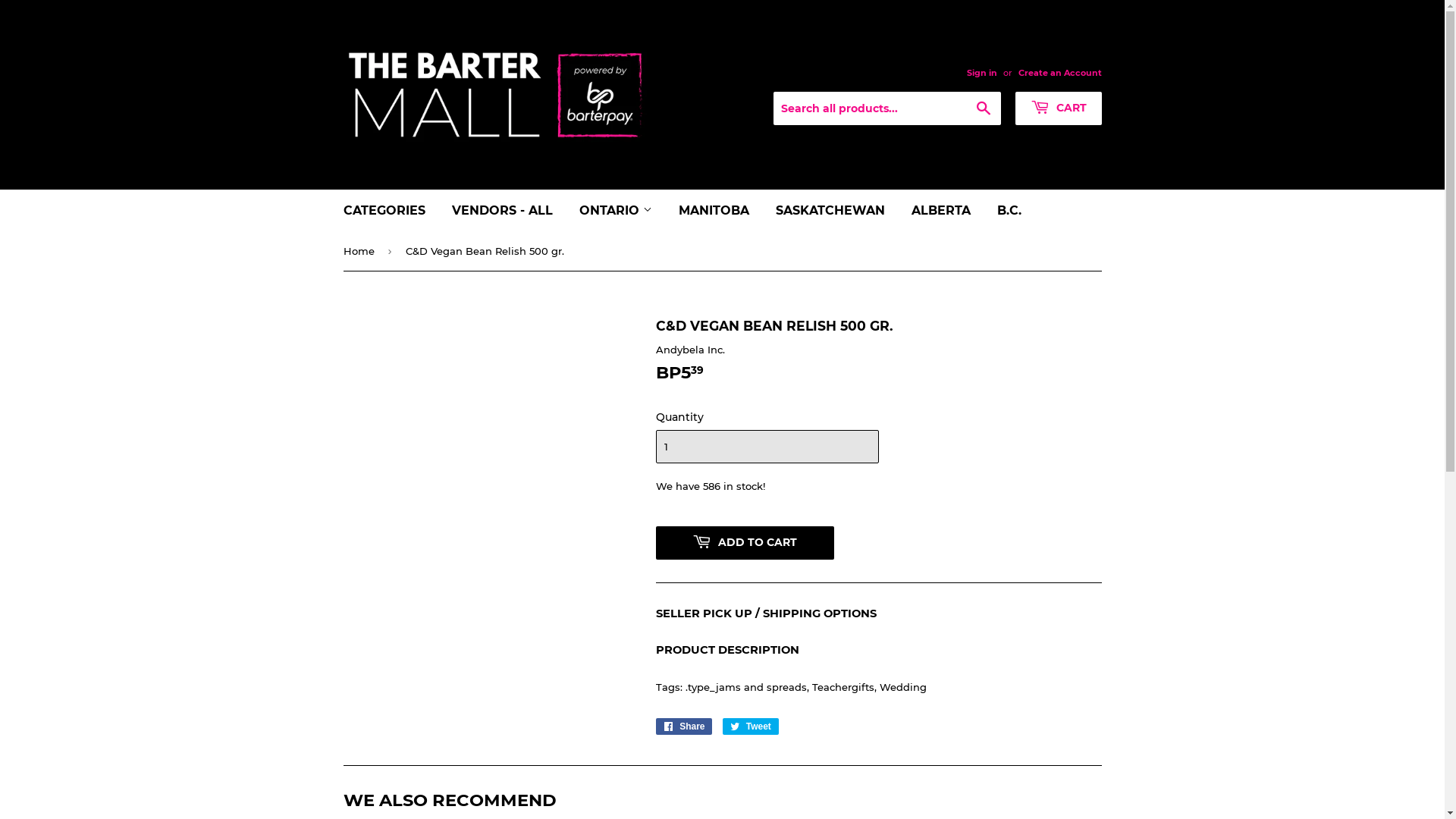  Describe the element at coordinates (1058, 73) in the screenshot. I see `'Create an Account'` at that location.